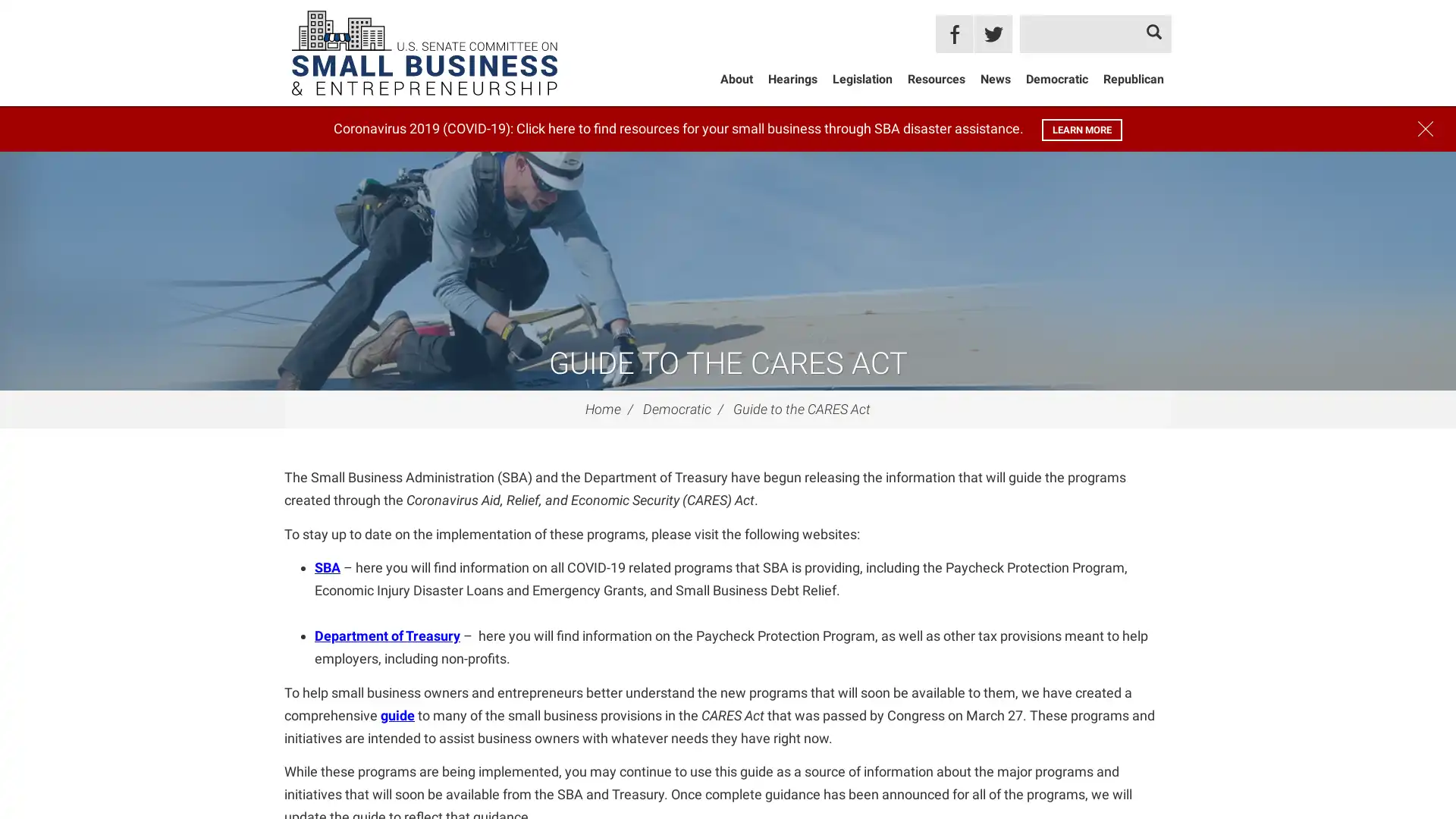 This screenshot has height=819, width=1456. I want to click on Search, so click(1153, 34).